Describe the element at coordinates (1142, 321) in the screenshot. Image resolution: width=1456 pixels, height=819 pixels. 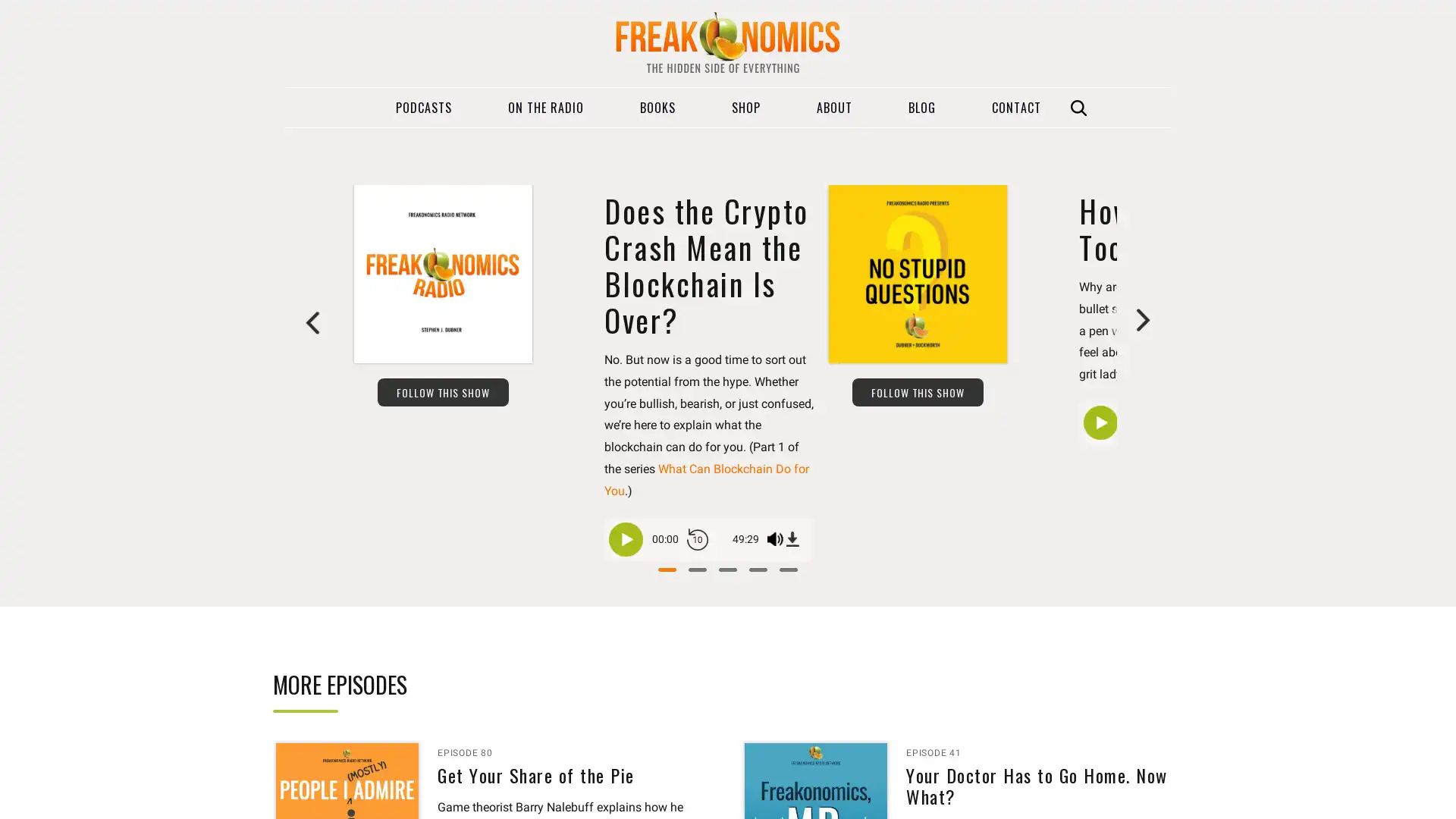
I see `Next` at that location.